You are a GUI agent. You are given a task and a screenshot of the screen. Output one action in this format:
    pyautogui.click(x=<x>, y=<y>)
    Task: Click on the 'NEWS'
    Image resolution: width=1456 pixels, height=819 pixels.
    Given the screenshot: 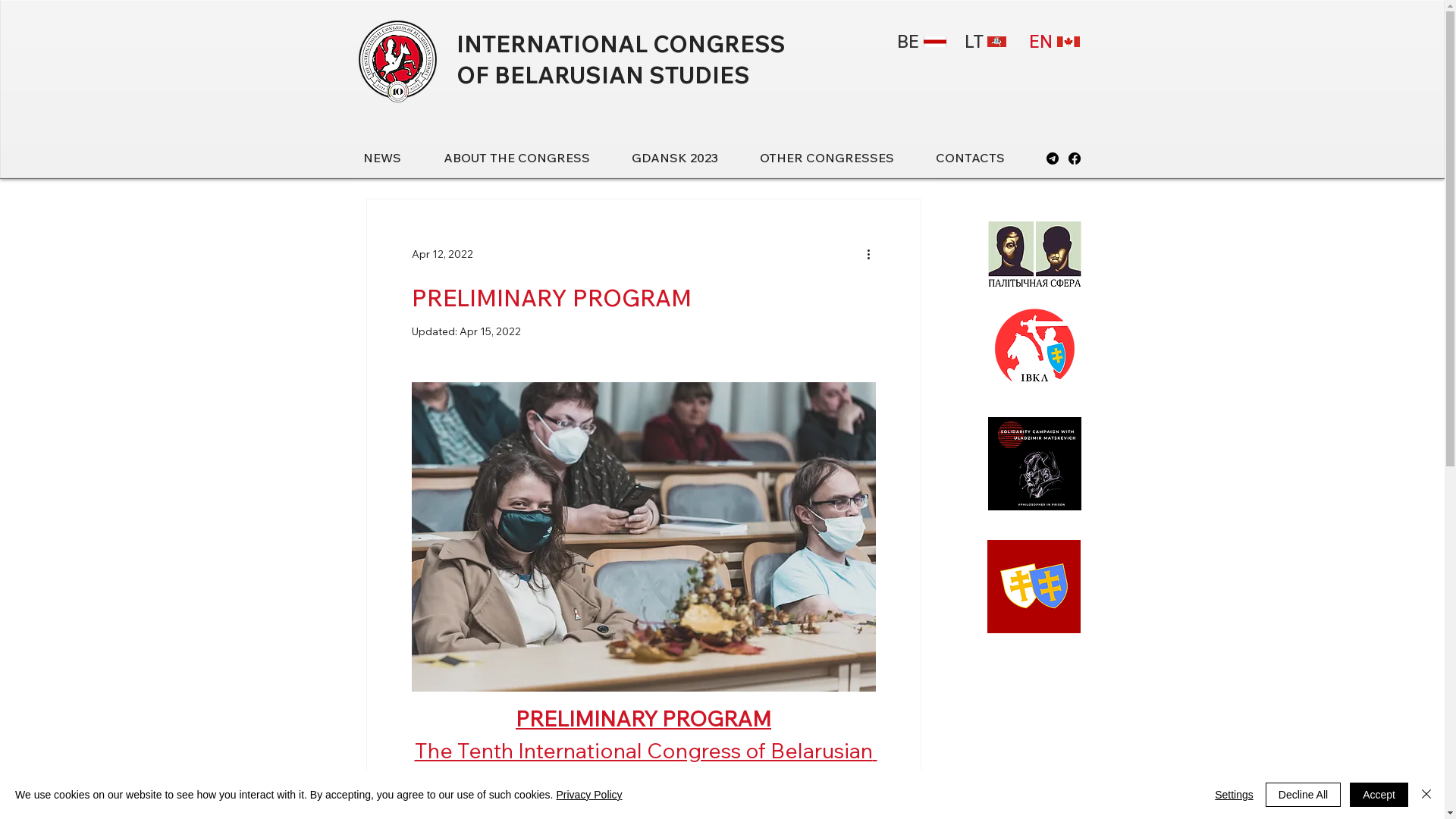 What is the action you would take?
    pyautogui.click(x=395, y=158)
    